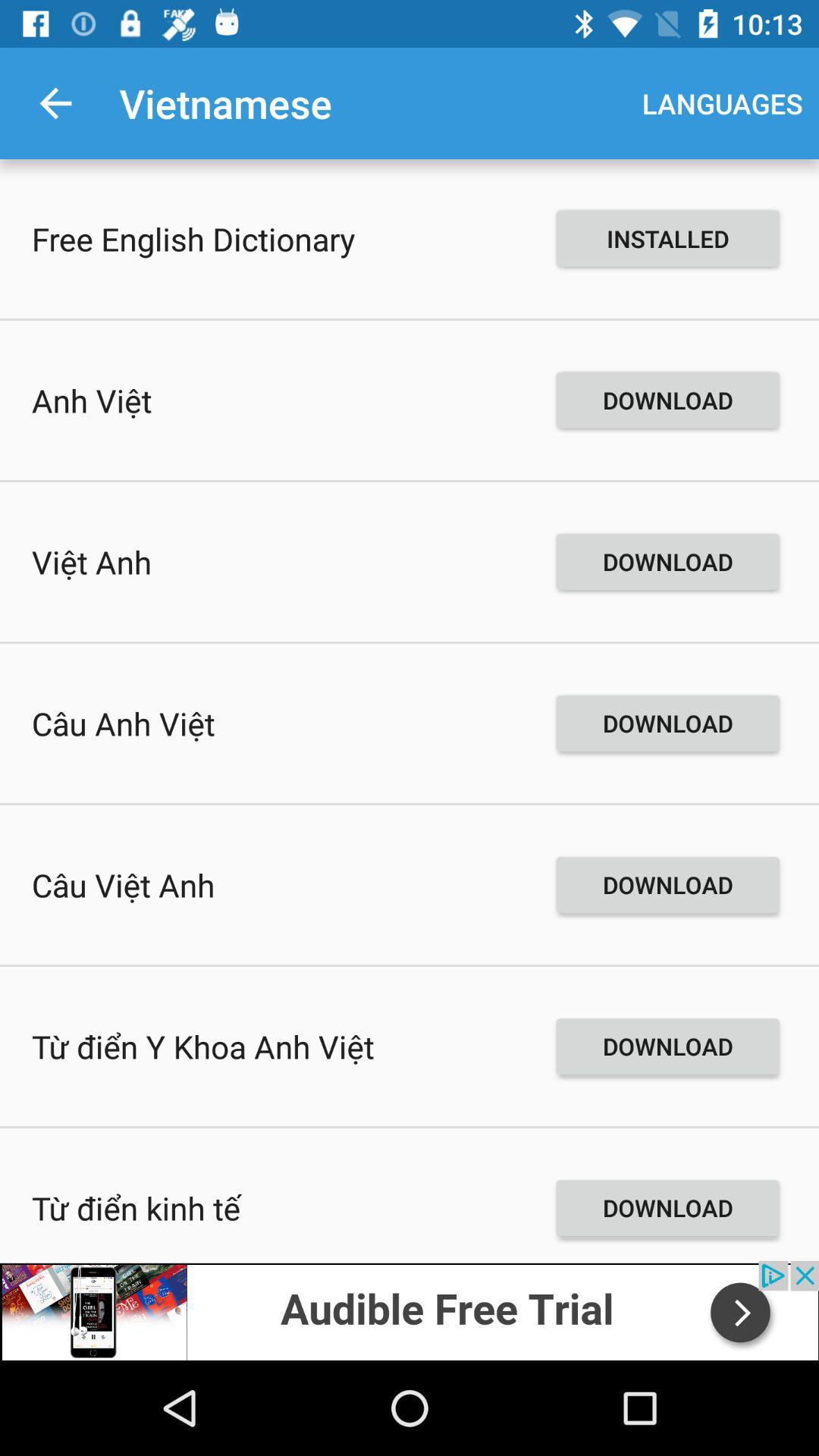  What do you see at coordinates (409, 1310) in the screenshot?
I see `the advertisement` at bounding box center [409, 1310].